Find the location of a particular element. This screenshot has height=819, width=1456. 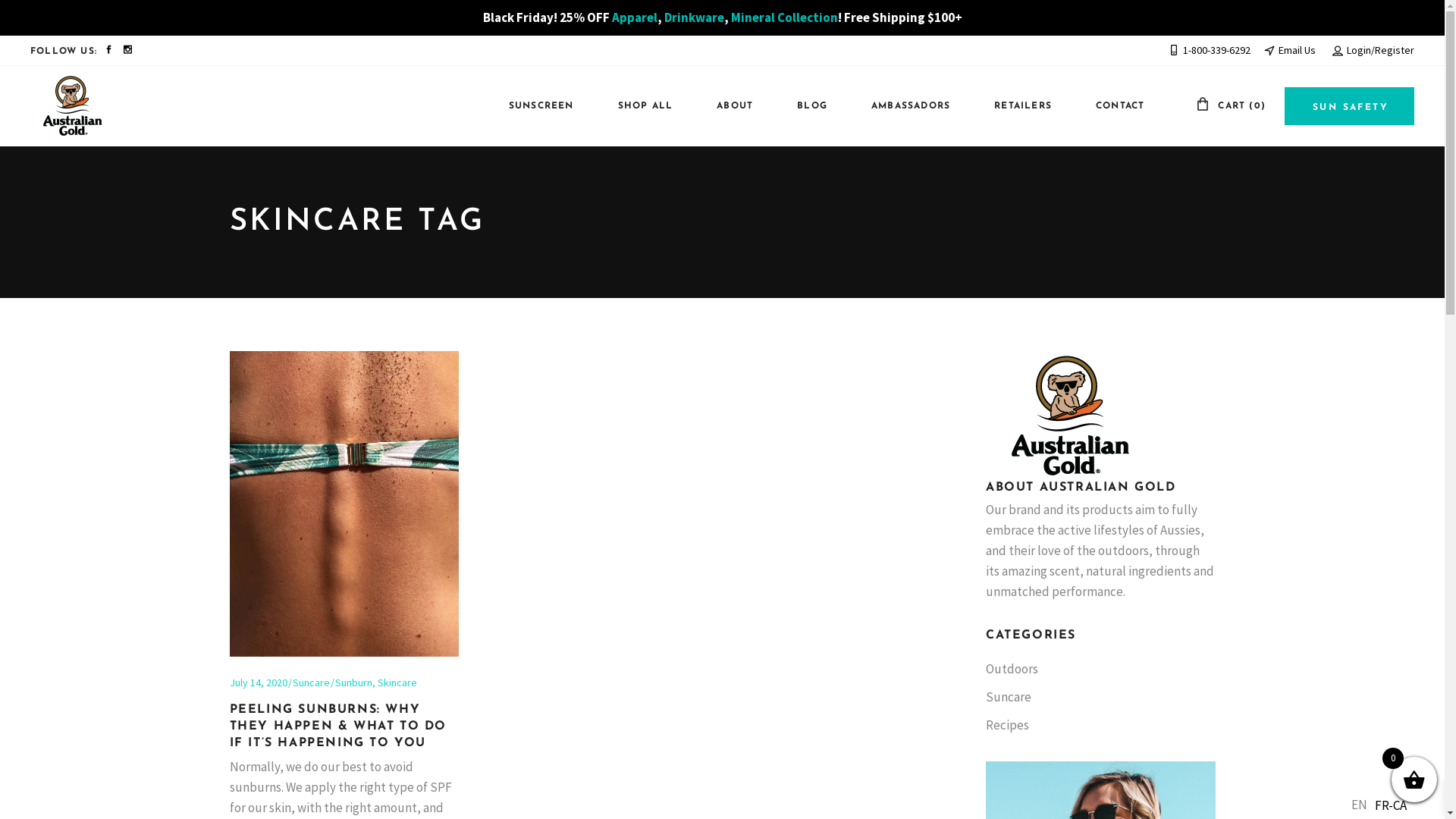

'Drinkware' is located at coordinates (693, 17).